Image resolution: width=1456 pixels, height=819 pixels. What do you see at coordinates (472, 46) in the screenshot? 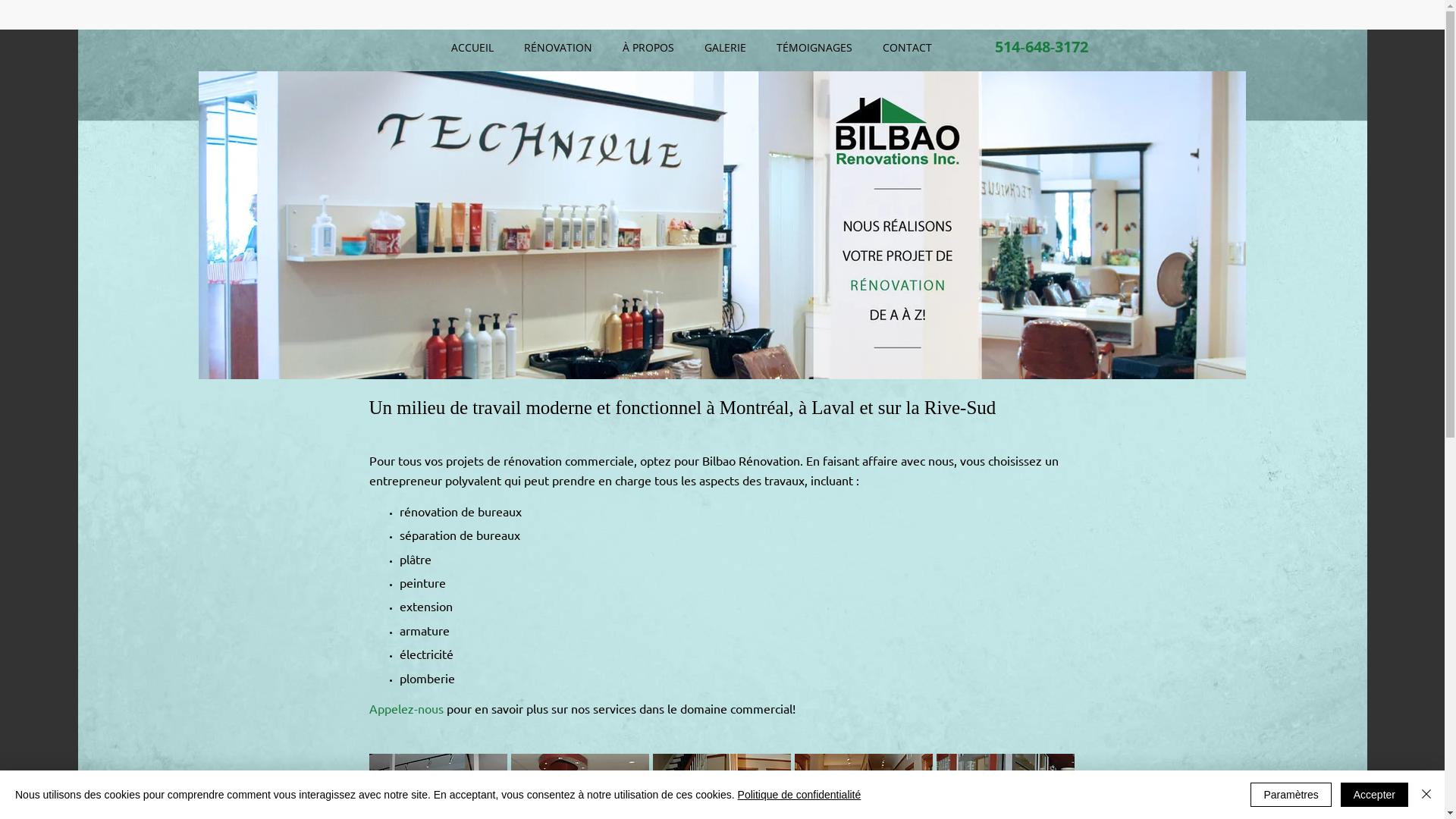
I see `'ACCUEIL'` at bounding box center [472, 46].